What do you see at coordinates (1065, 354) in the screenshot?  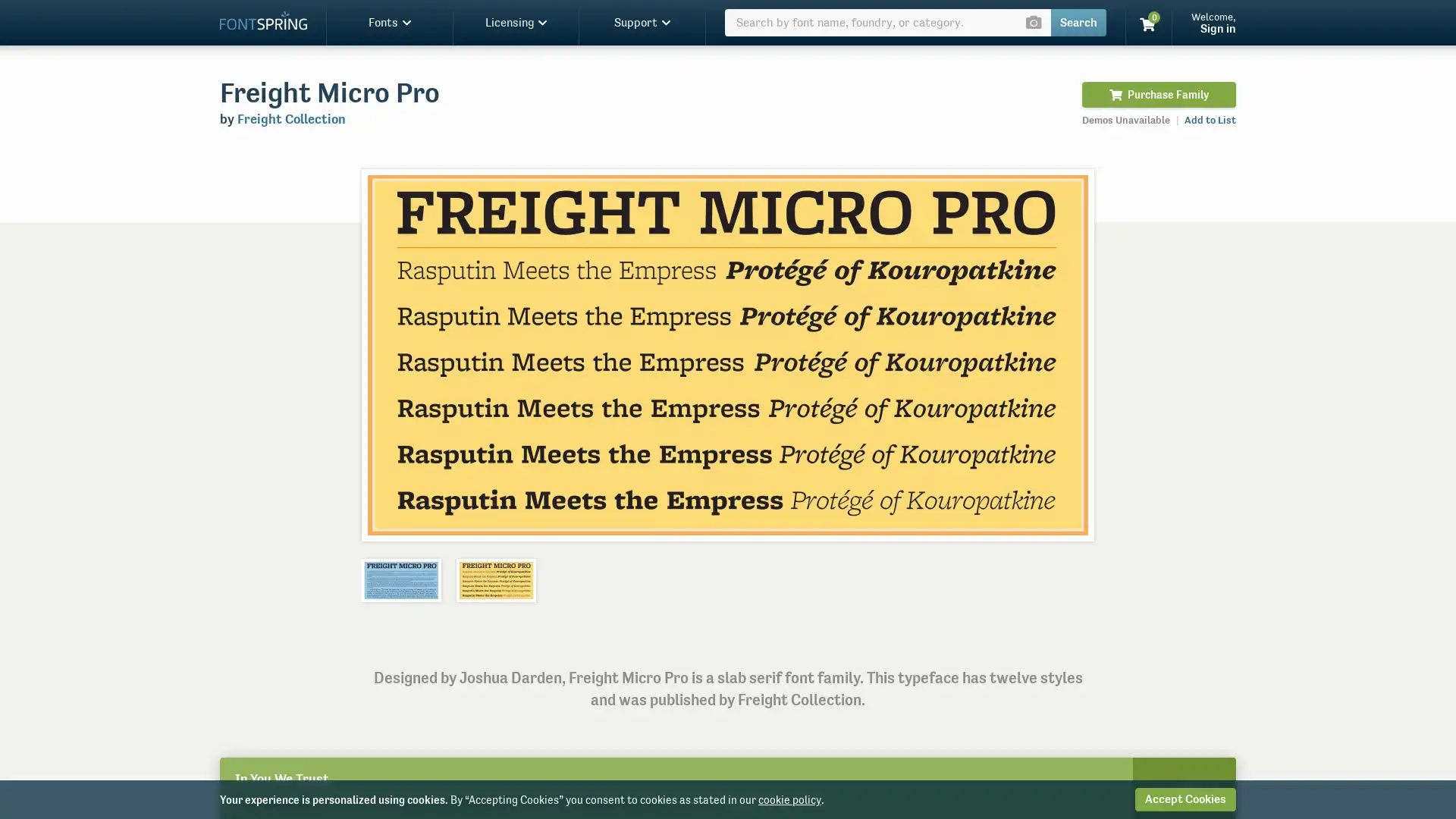 I see `Next slide` at bounding box center [1065, 354].